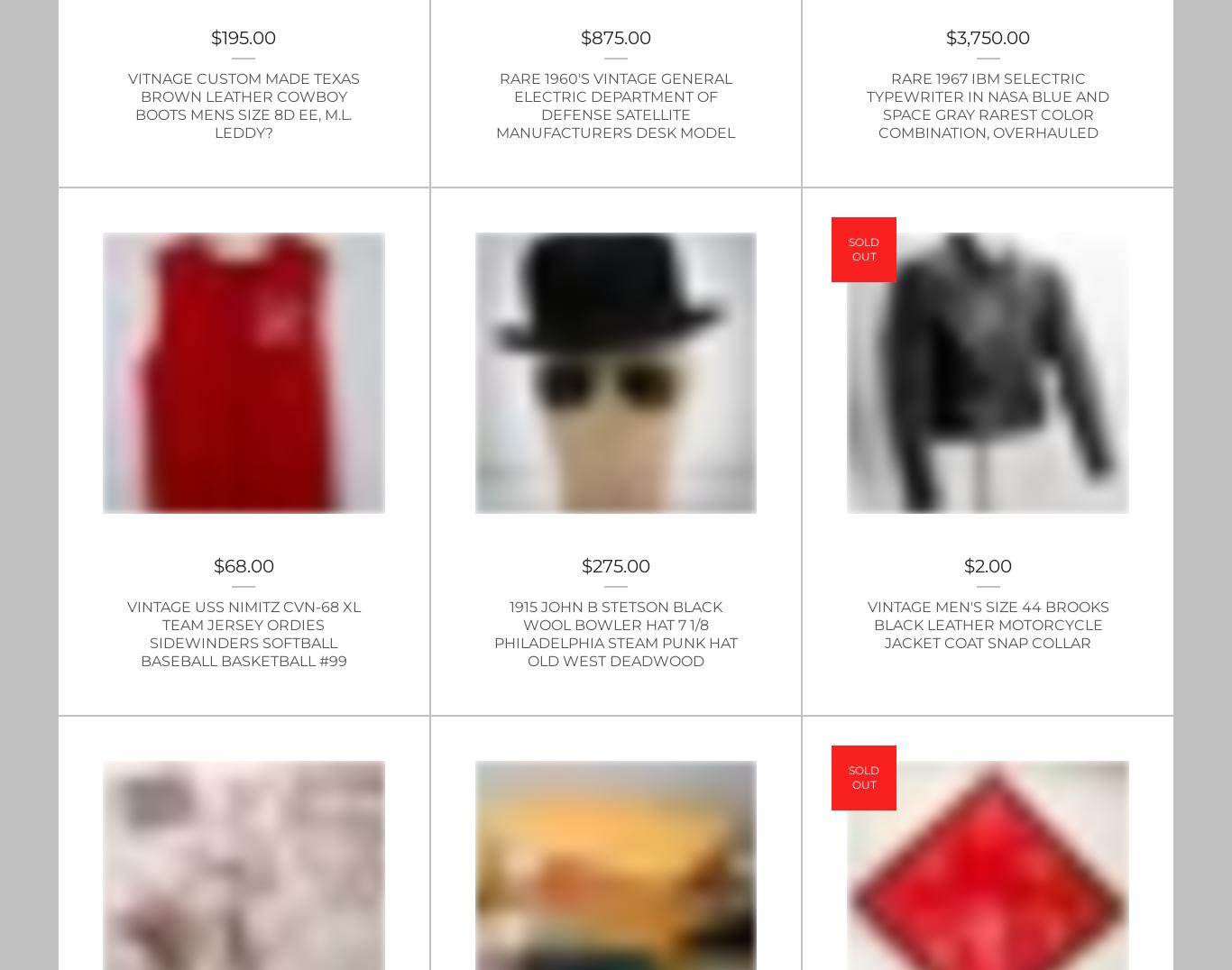 The width and height of the screenshot is (1232, 970). What do you see at coordinates (621, 35) in the screenshot?
I see `'875.00'` at bounding box center [621, 35].